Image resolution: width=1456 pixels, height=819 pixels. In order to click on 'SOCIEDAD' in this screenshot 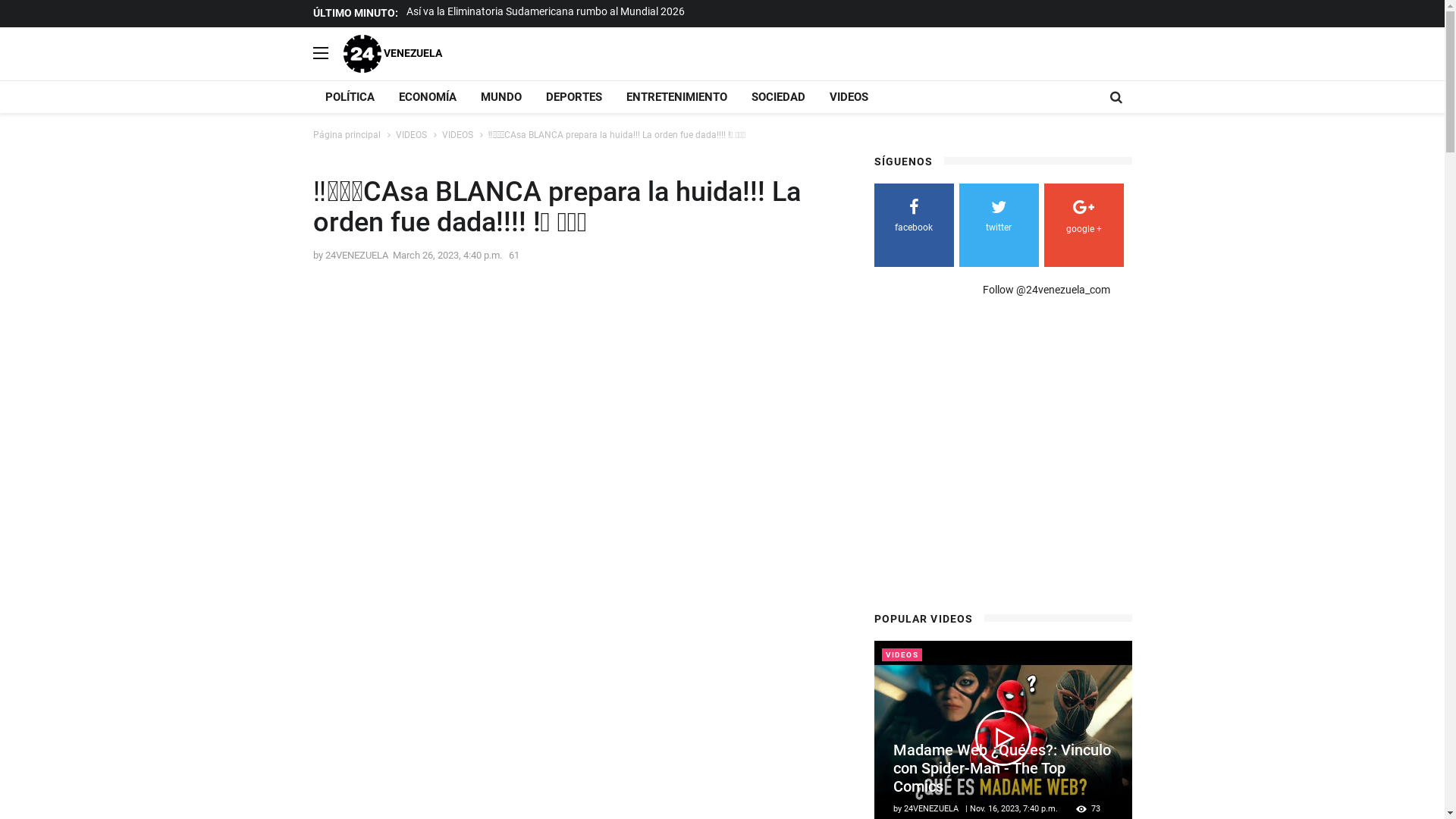, I will do `click(777, 96)`.